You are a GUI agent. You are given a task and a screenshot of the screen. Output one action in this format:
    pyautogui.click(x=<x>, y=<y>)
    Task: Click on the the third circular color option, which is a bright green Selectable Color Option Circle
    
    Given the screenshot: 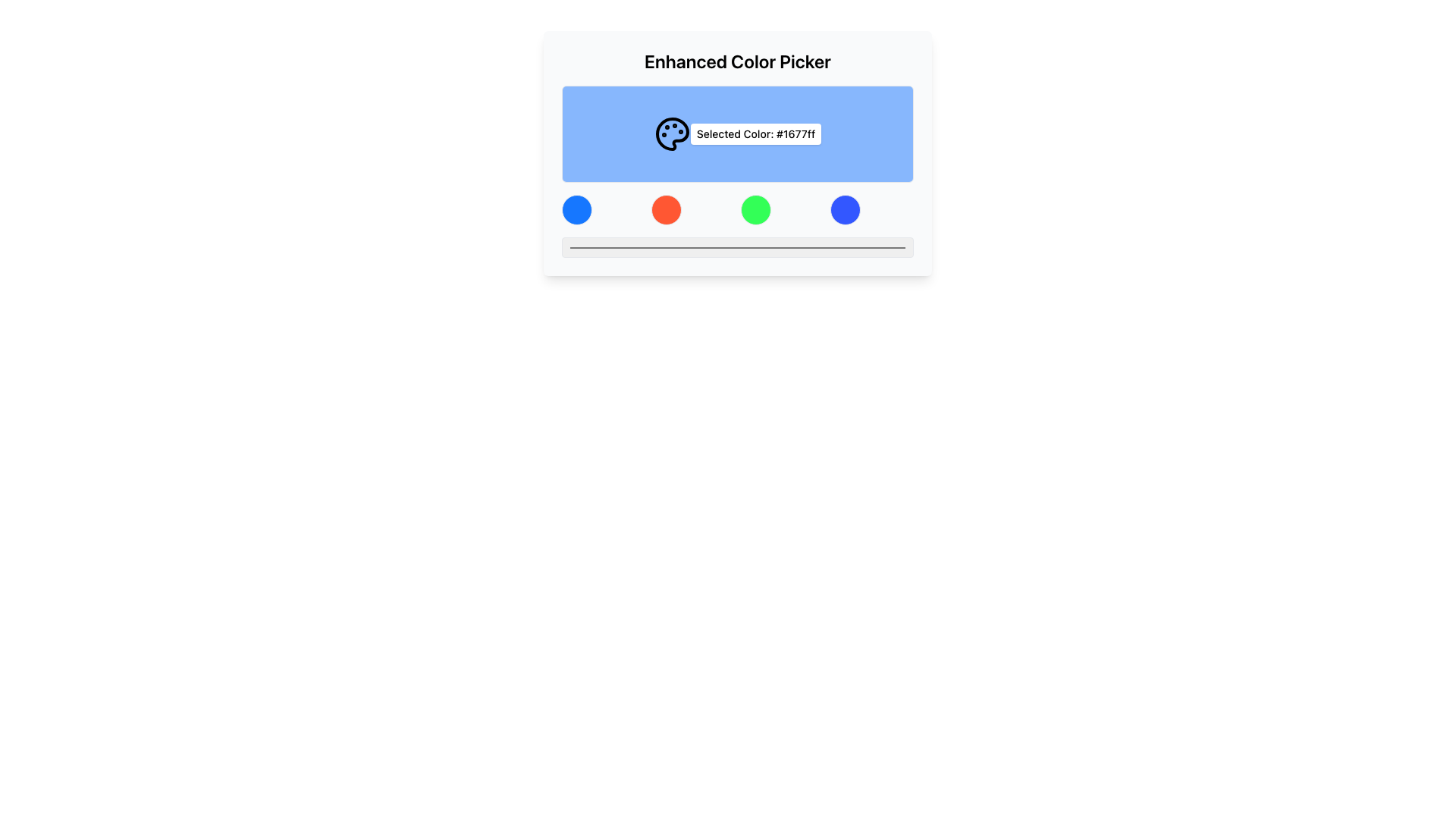 What is the action you would take?
    pyautogui.click(x=756, y=210)
    